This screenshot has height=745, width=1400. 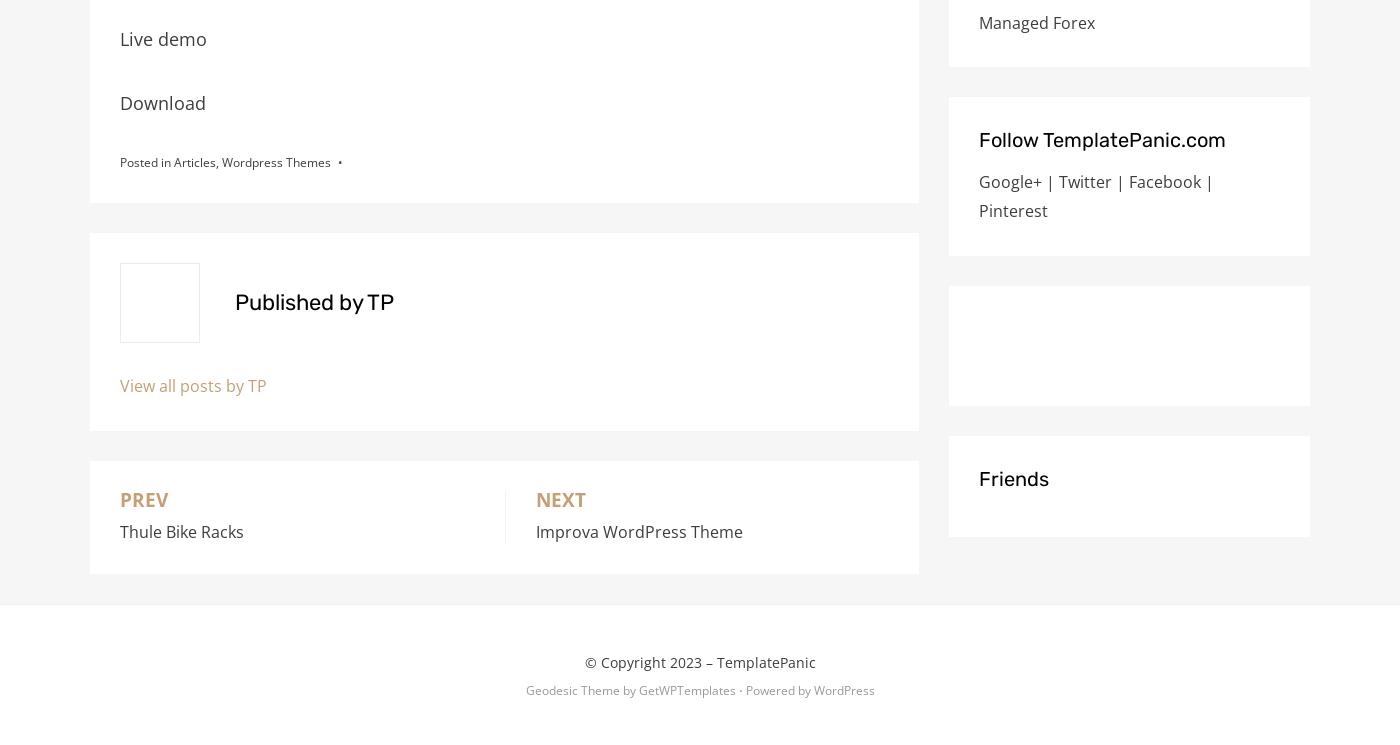 I want to click on 'Powered by', so click(x=777, y=689).